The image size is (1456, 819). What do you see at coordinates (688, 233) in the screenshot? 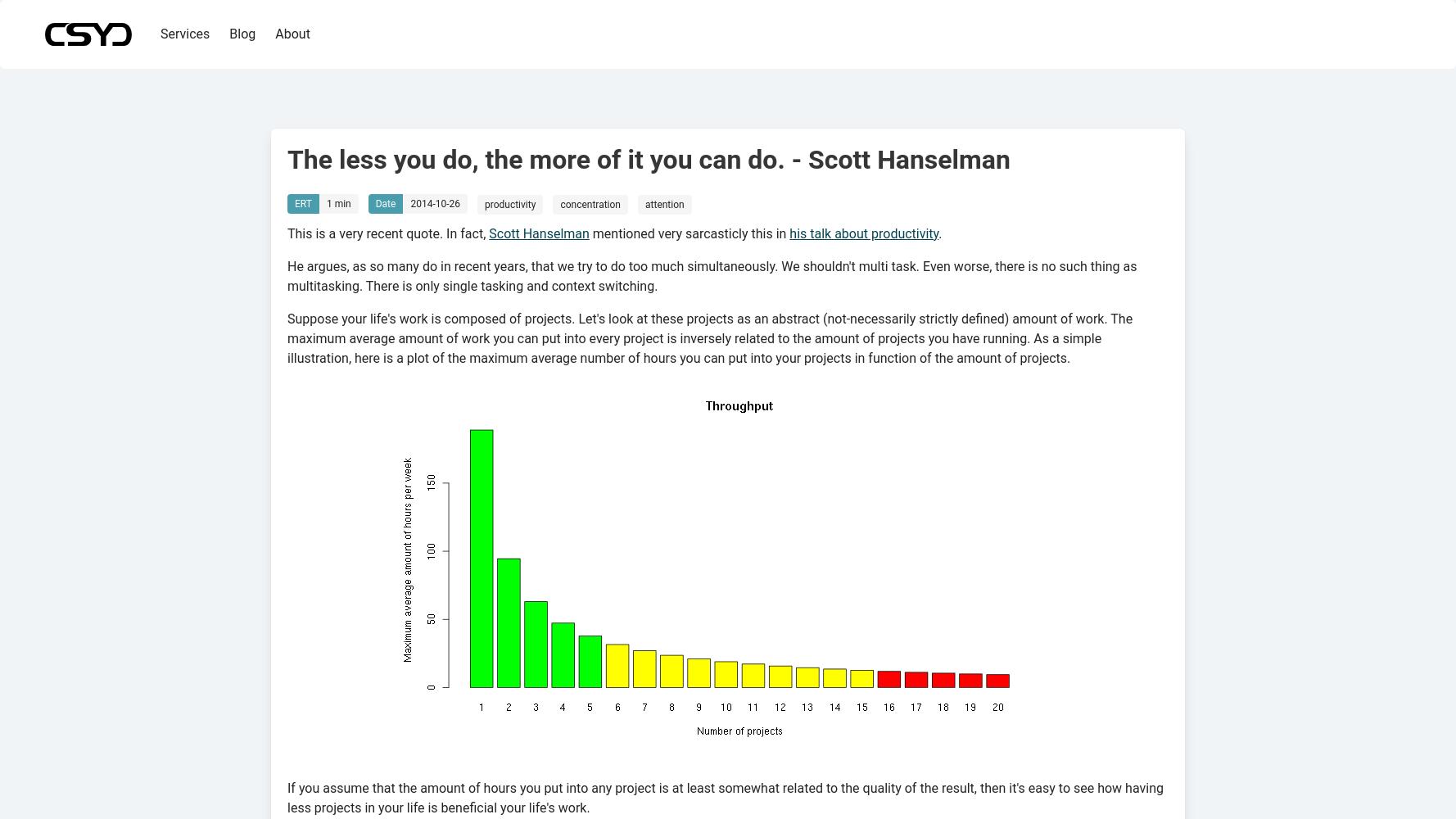
I see `'mentioned very sarcasticly this in'` at bounding box center [688, 233].